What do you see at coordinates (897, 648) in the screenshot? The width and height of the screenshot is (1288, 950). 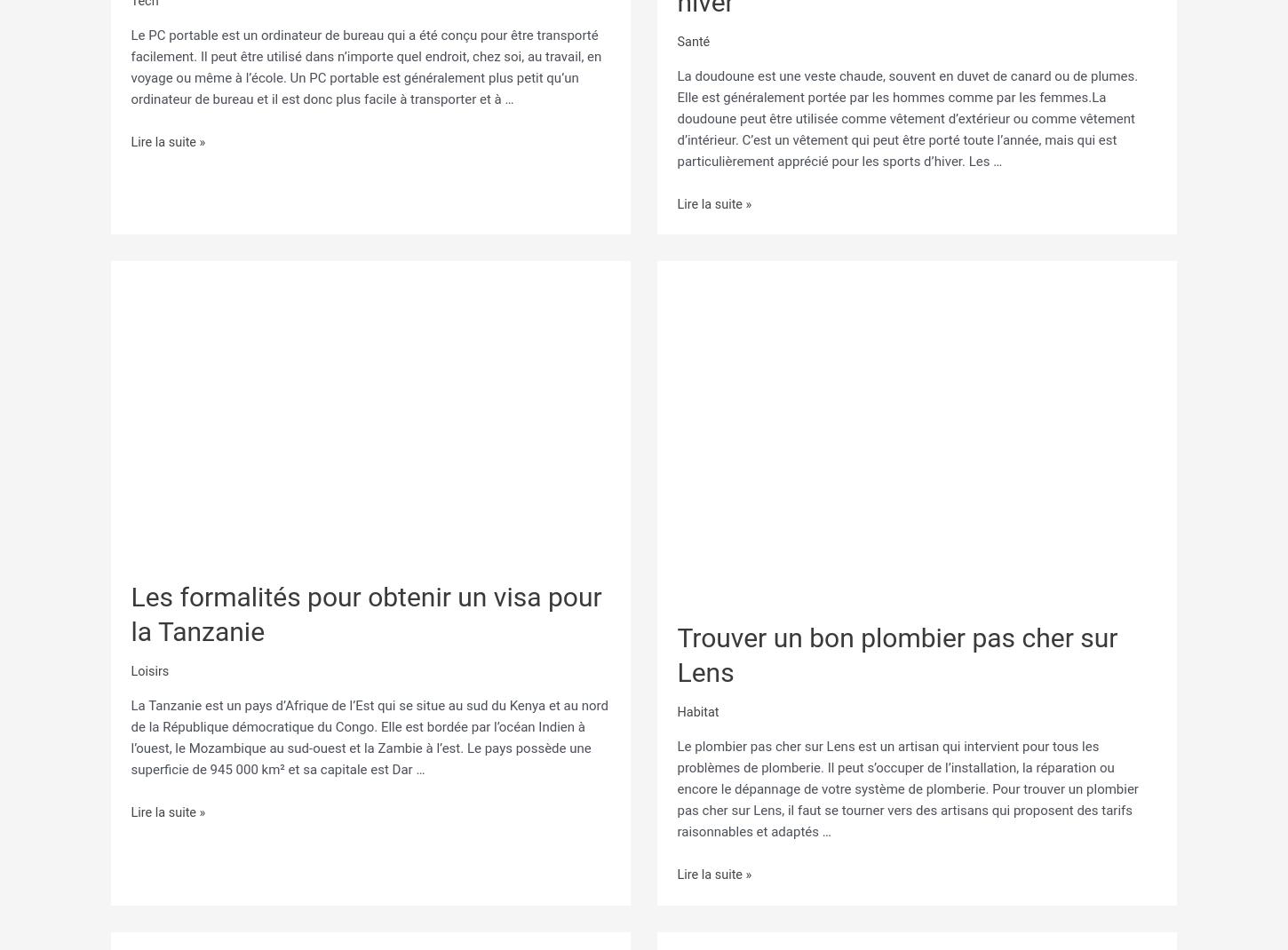 I see `'Trouver un bon plombier pas cher sur Lens'` at bounding box center [897, 648].